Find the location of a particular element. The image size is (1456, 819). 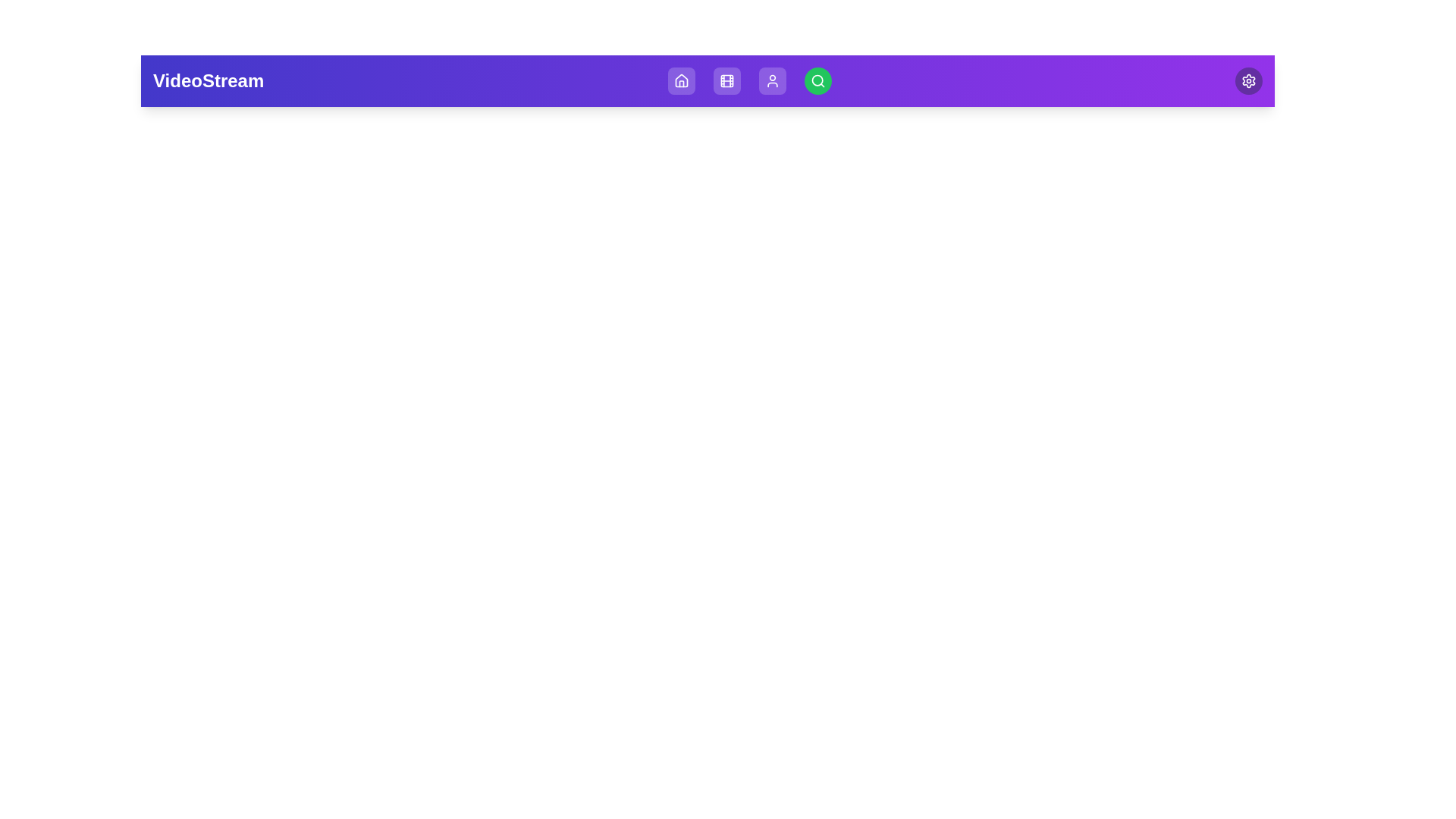

the Search button is located at coordinates (817, 81).